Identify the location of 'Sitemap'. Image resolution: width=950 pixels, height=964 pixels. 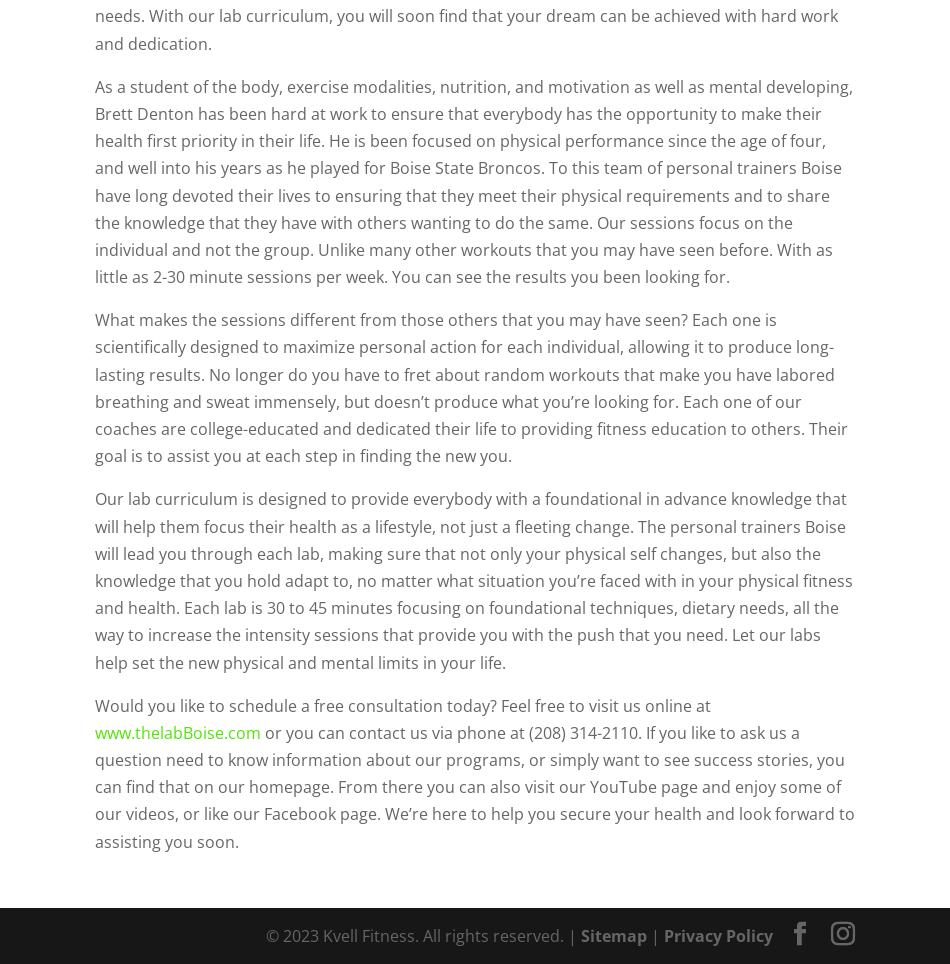
(613, 934).